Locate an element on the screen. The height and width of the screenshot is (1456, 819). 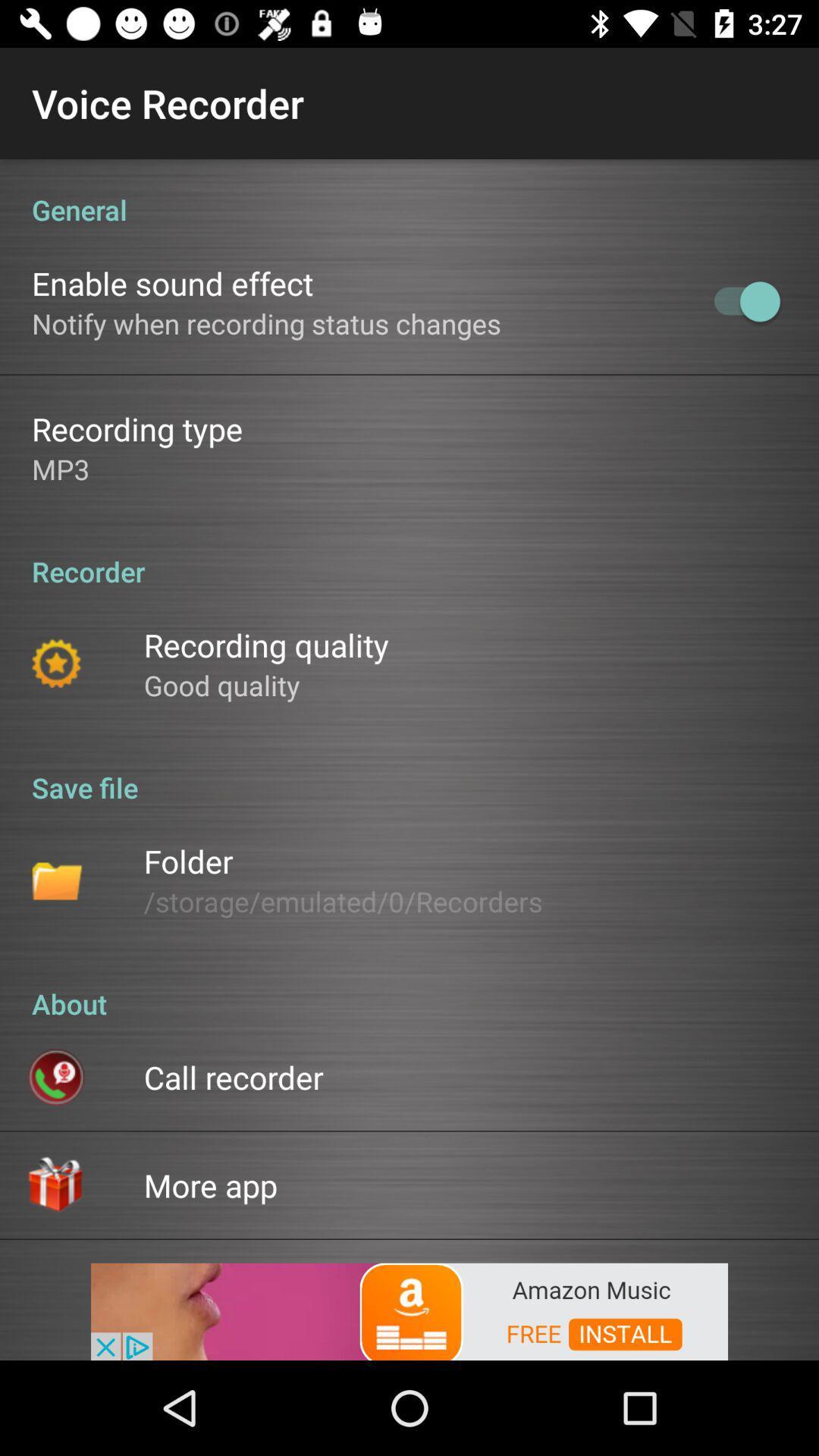
install application is located at coordinates (409, 1310).